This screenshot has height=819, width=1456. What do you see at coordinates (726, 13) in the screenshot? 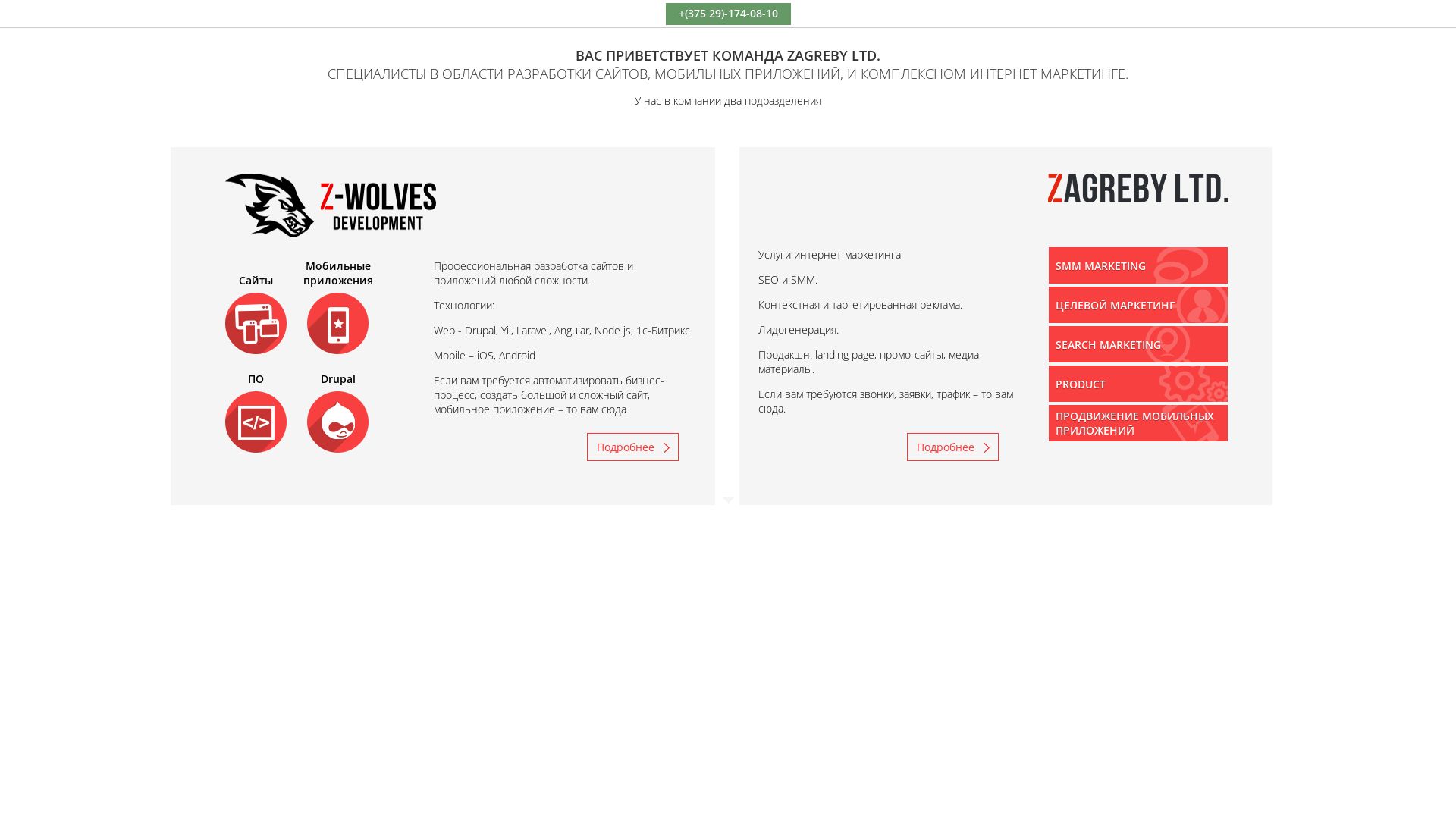
I see `'+(375 29)-174-08-10'` at bounding box center [726, 13].